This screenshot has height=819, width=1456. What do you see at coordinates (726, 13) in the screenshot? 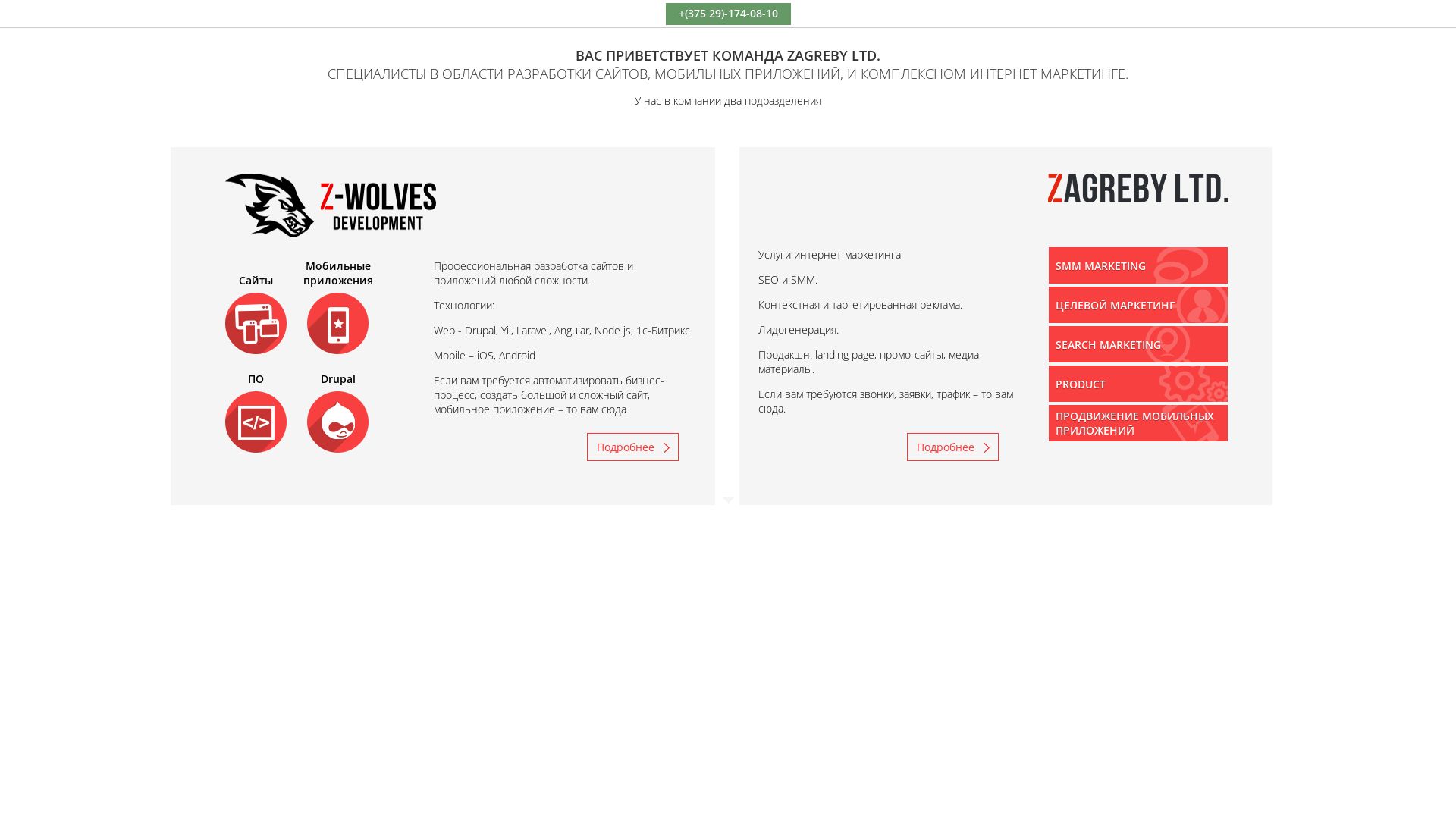
I see `'+(375 29)-174-08-10'` at bounding box center [726, 13].